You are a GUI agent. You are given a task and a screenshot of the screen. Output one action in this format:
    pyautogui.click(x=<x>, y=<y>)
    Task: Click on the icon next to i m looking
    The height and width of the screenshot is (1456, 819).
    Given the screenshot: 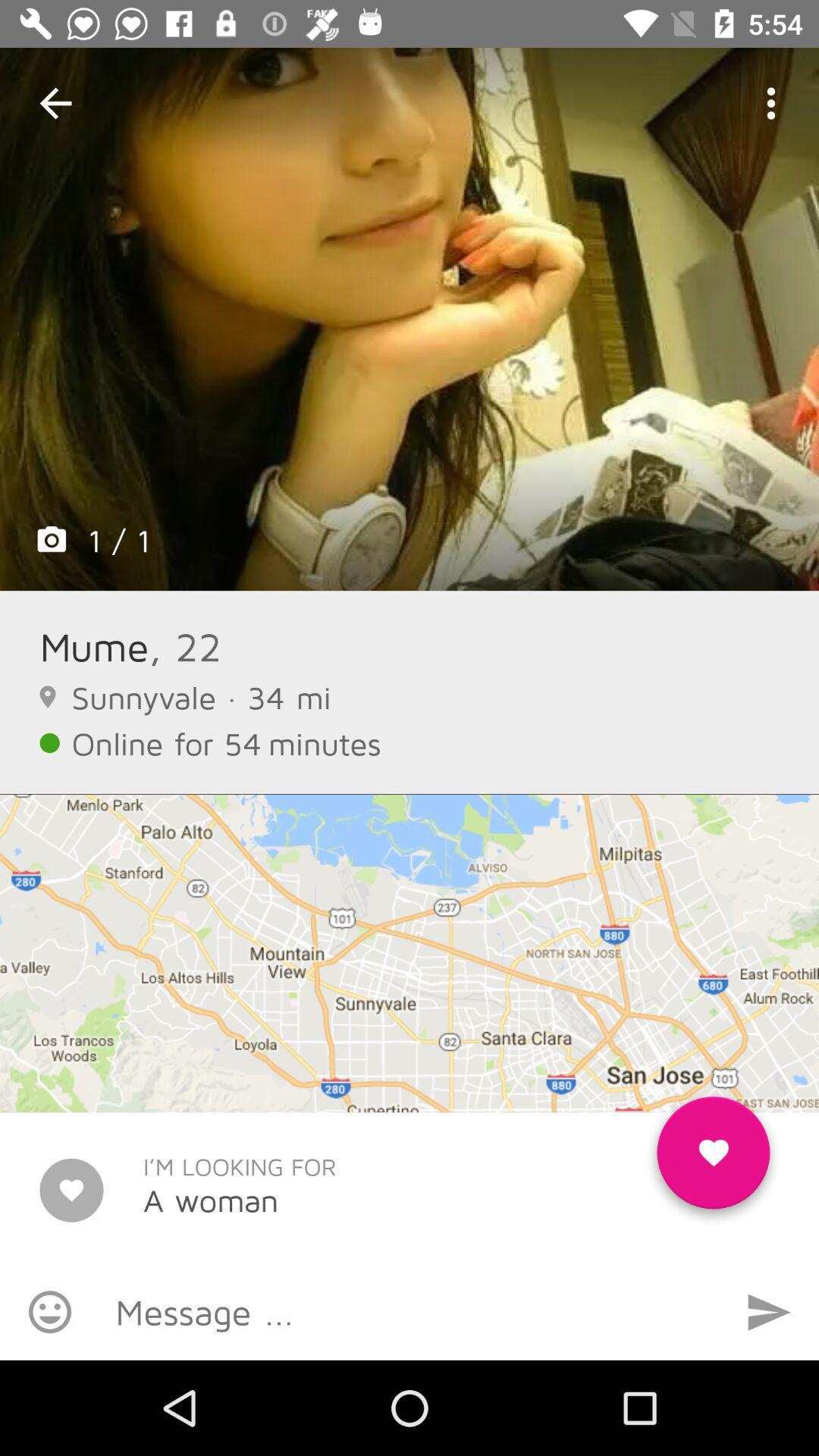 What is the action you would take?
    pyautogui.click(x=713, y=1158)
    